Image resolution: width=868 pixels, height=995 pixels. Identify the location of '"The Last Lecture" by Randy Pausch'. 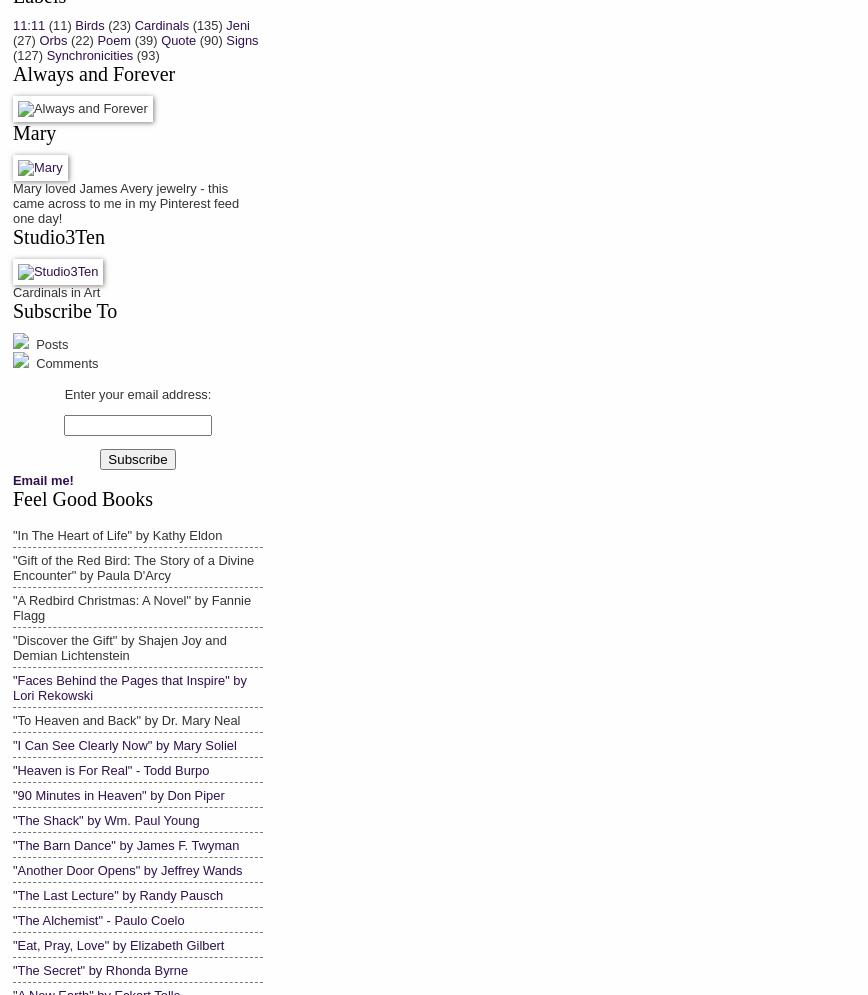
(13, 893).